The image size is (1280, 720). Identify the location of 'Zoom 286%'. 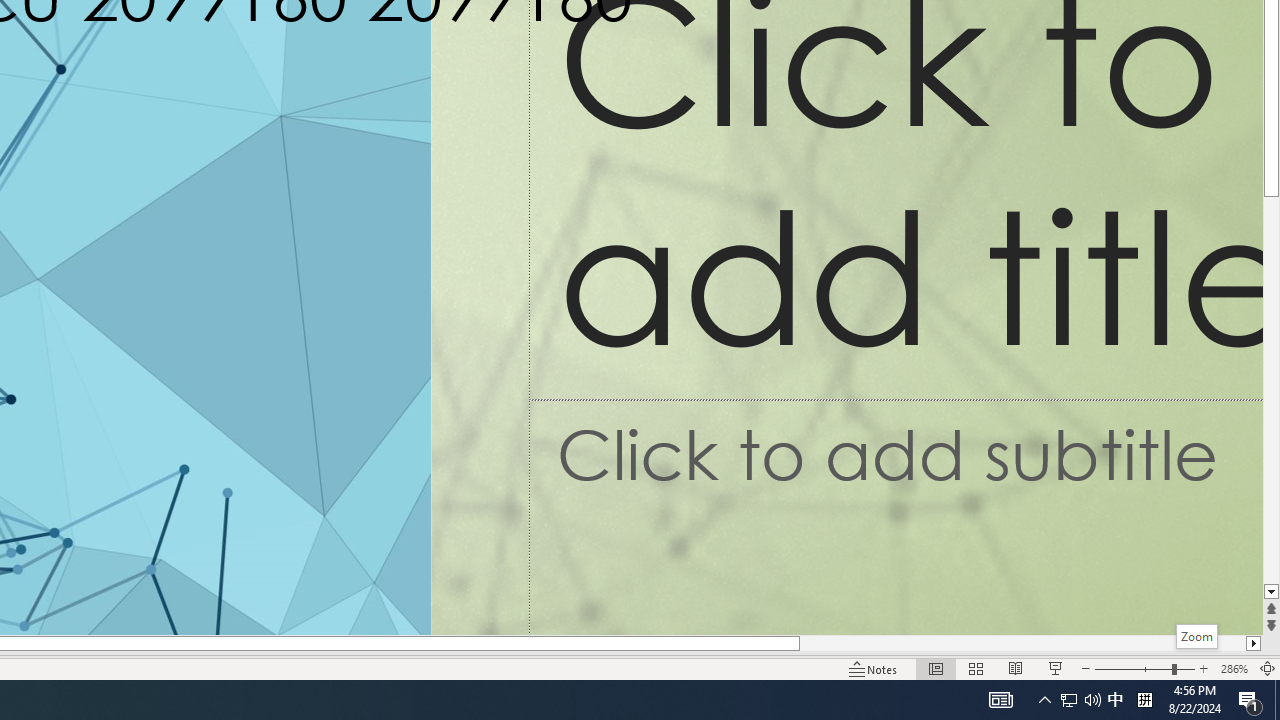
(1233, 669).